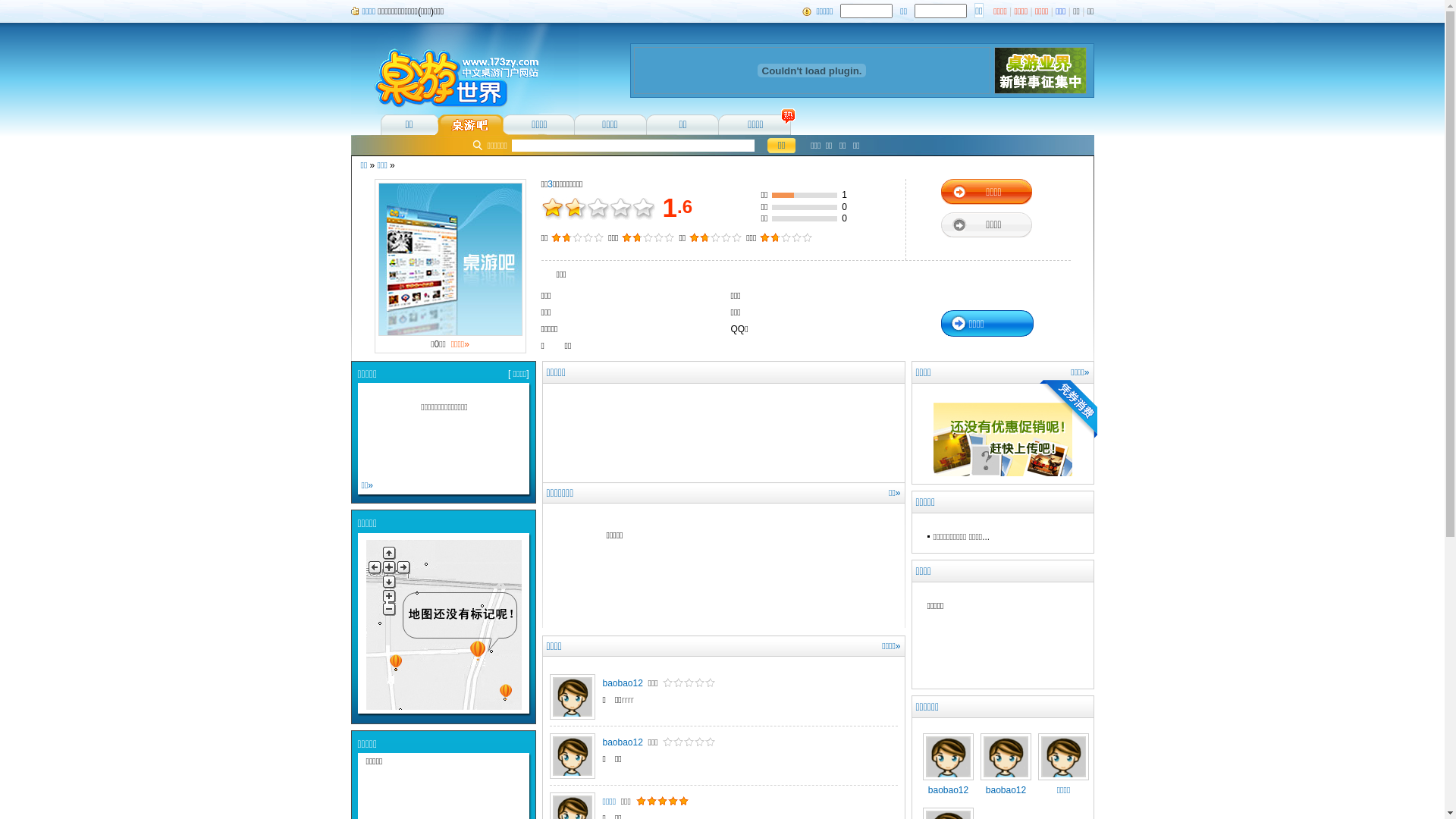  Describe the element at coordinates (946, 785) in the screenshot. I see `'baobao12'` at that location.